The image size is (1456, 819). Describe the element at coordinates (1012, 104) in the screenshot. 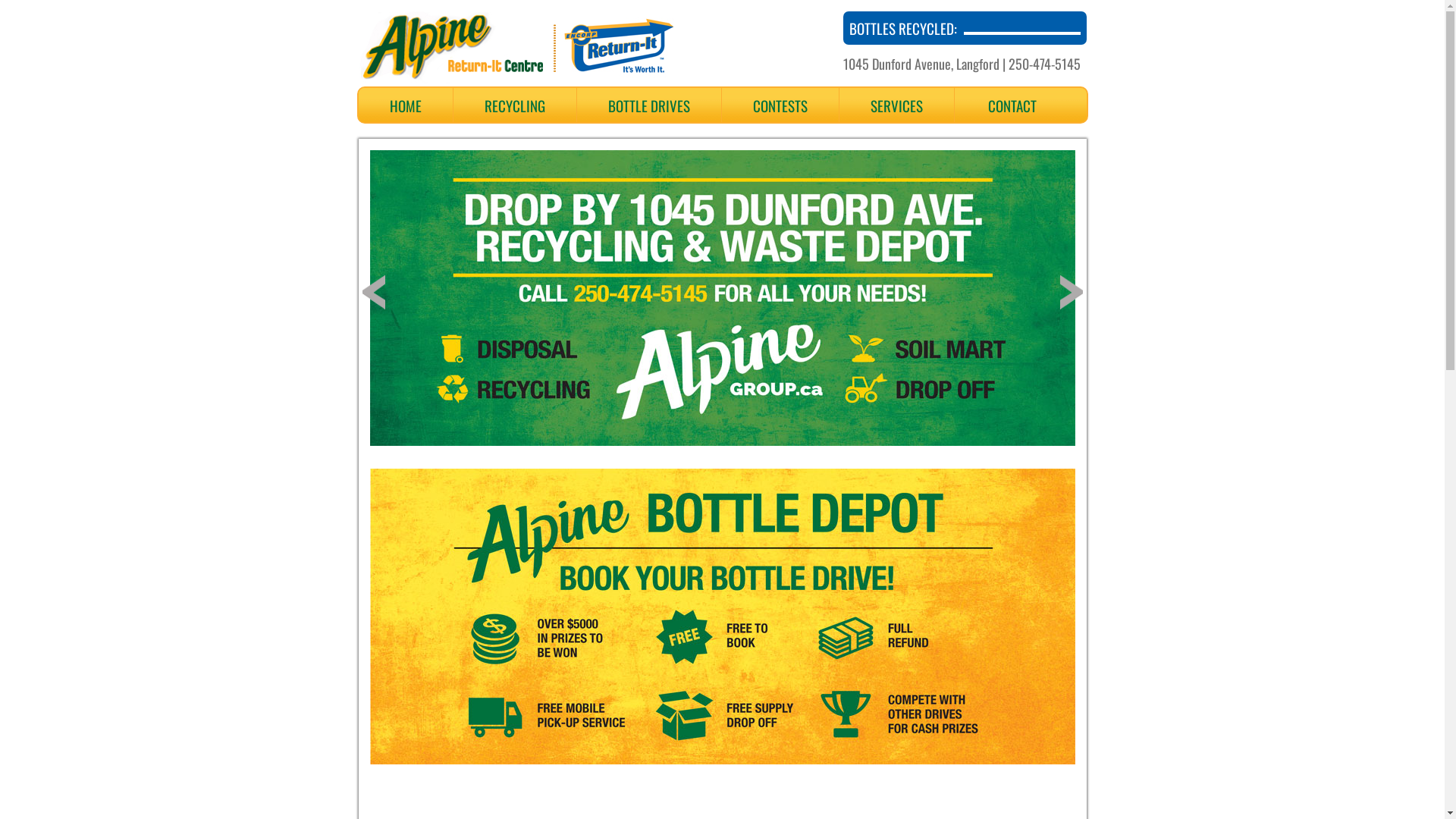

I see `'CONTACT'` at that location.